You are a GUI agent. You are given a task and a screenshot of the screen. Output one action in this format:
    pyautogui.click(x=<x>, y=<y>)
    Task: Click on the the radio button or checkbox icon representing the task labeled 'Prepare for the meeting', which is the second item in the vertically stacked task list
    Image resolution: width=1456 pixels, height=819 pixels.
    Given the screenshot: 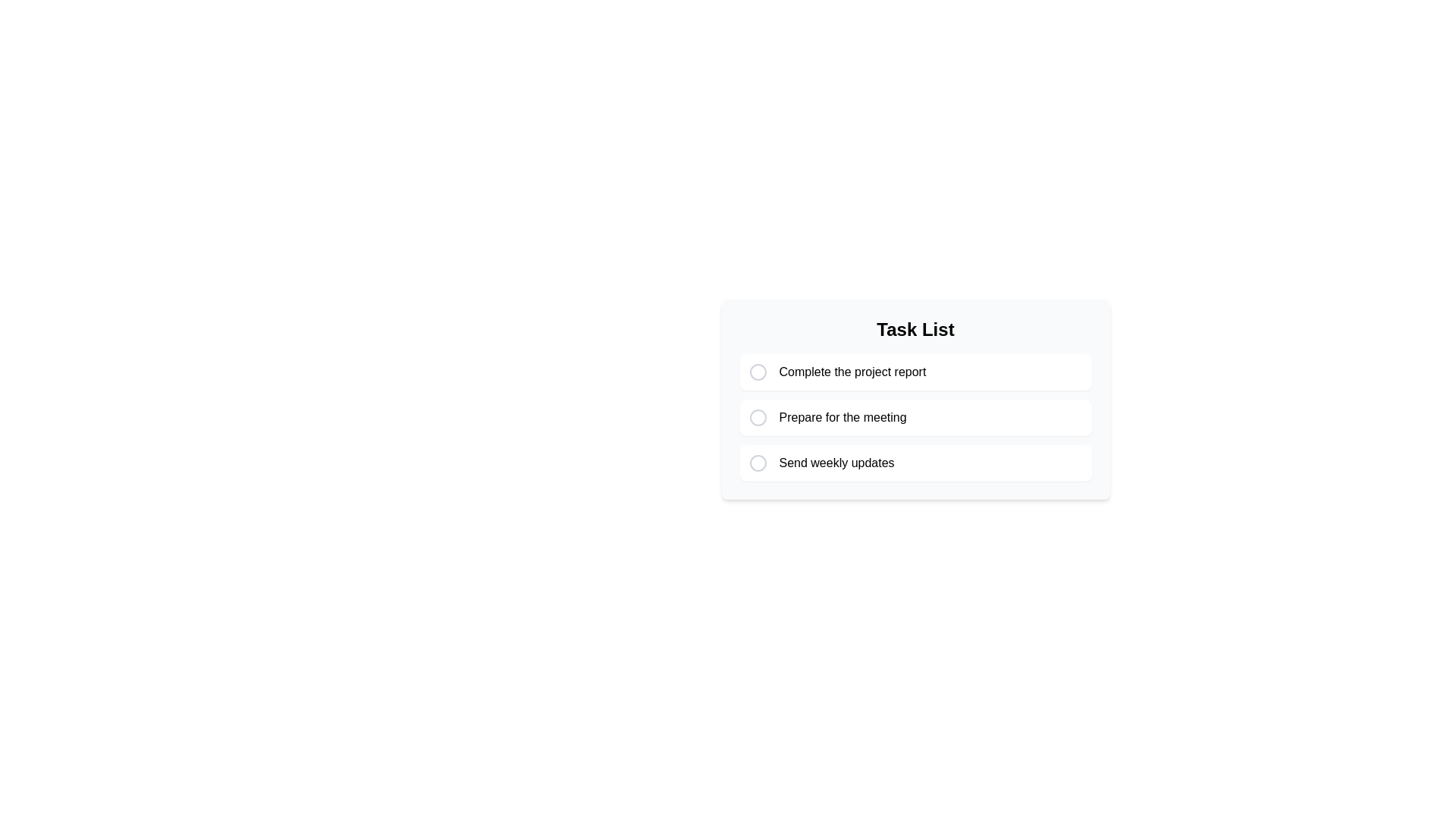 What is the action you would take?
    pyautogui.click(x=758, y=418)
    